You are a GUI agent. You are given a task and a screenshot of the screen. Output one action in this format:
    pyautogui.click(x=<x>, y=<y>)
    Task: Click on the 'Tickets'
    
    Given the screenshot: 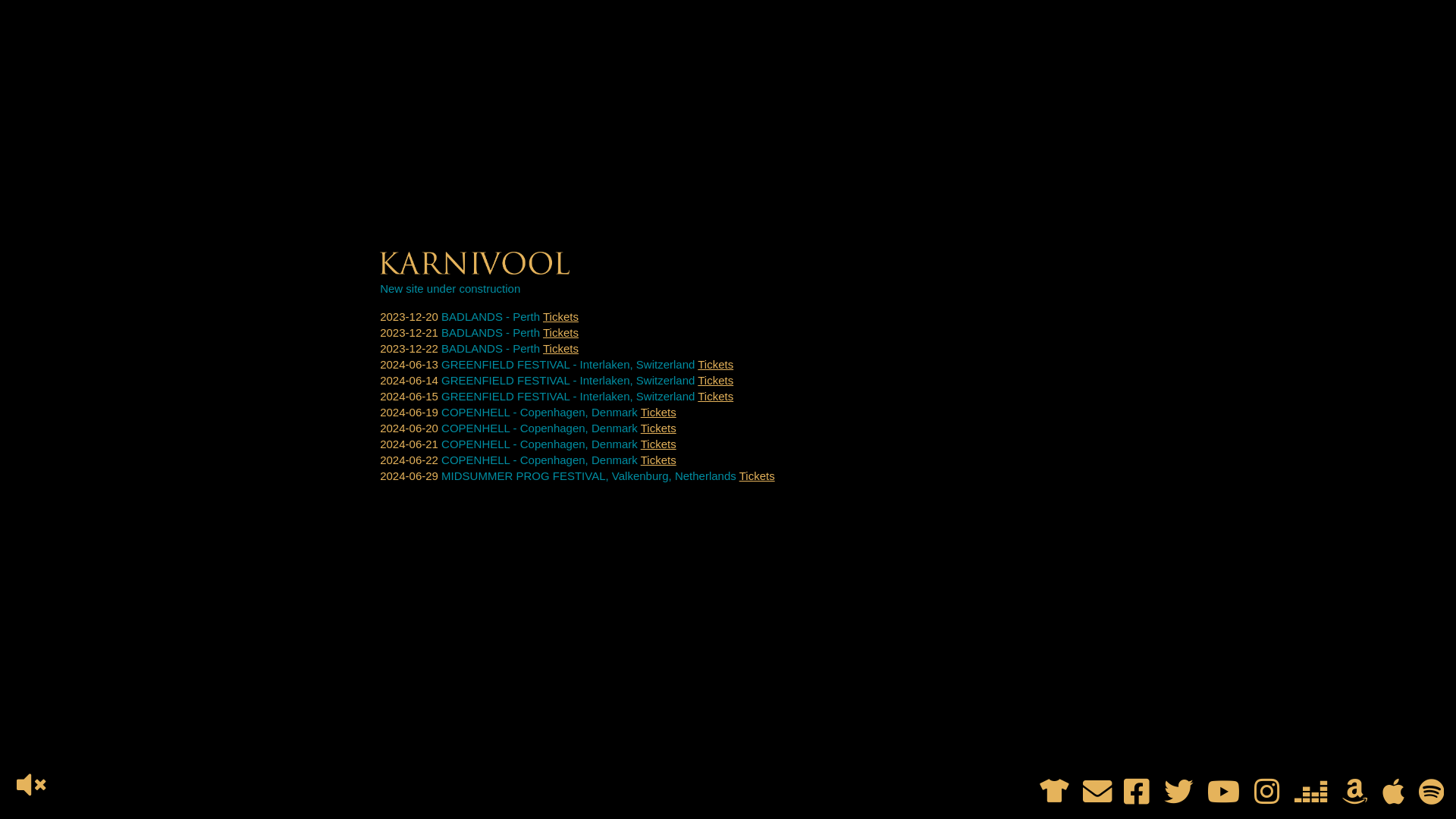 What is the action you would take?
    pyautogui.click(x=658, y=412)
    